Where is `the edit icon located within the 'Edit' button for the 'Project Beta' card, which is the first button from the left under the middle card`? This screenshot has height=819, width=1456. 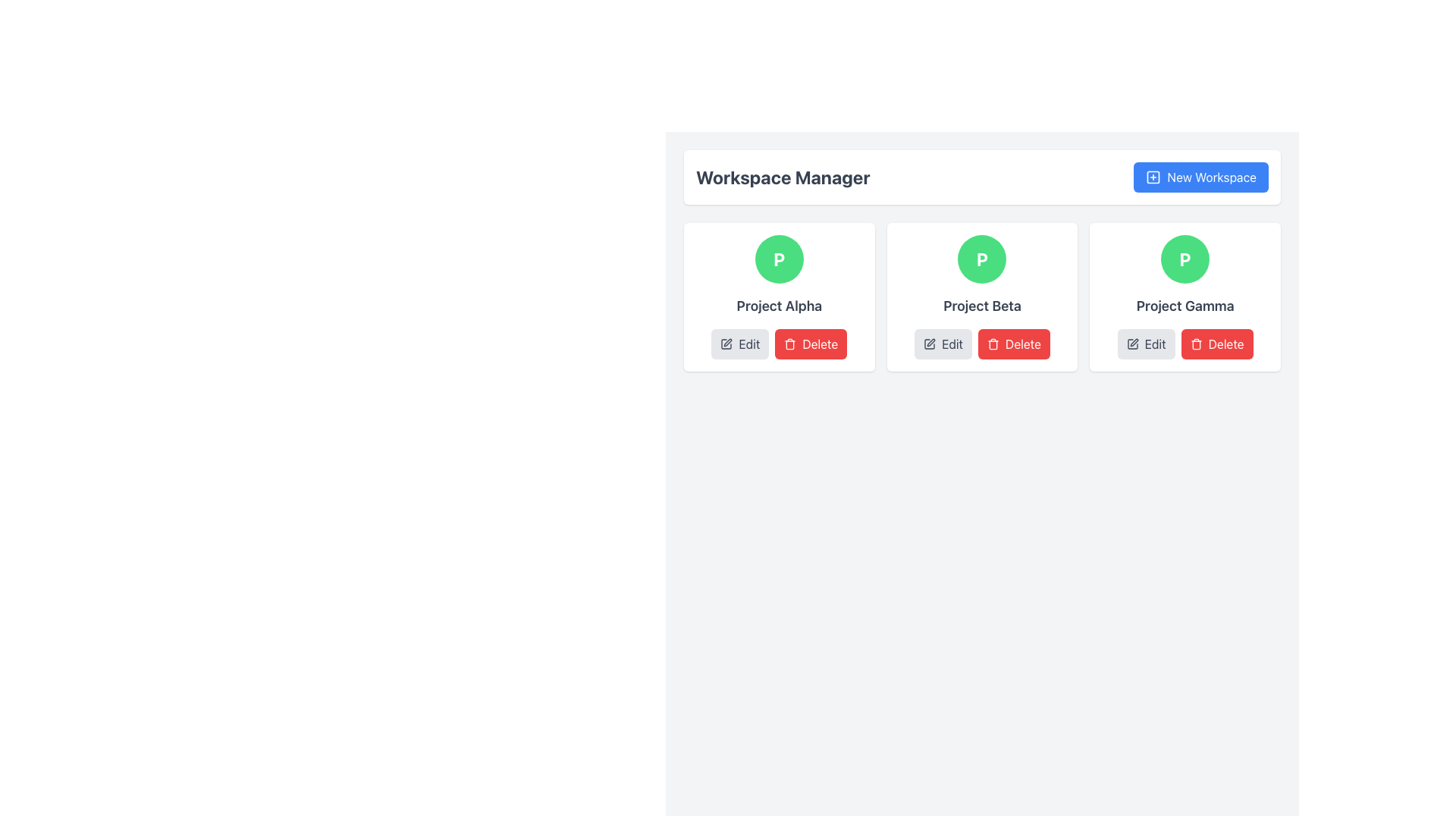 the edit icon located within the 'Edit' button for the 'Project Beta' card, which is the first button from the left under the middle card is located at coordinates (929, 344).